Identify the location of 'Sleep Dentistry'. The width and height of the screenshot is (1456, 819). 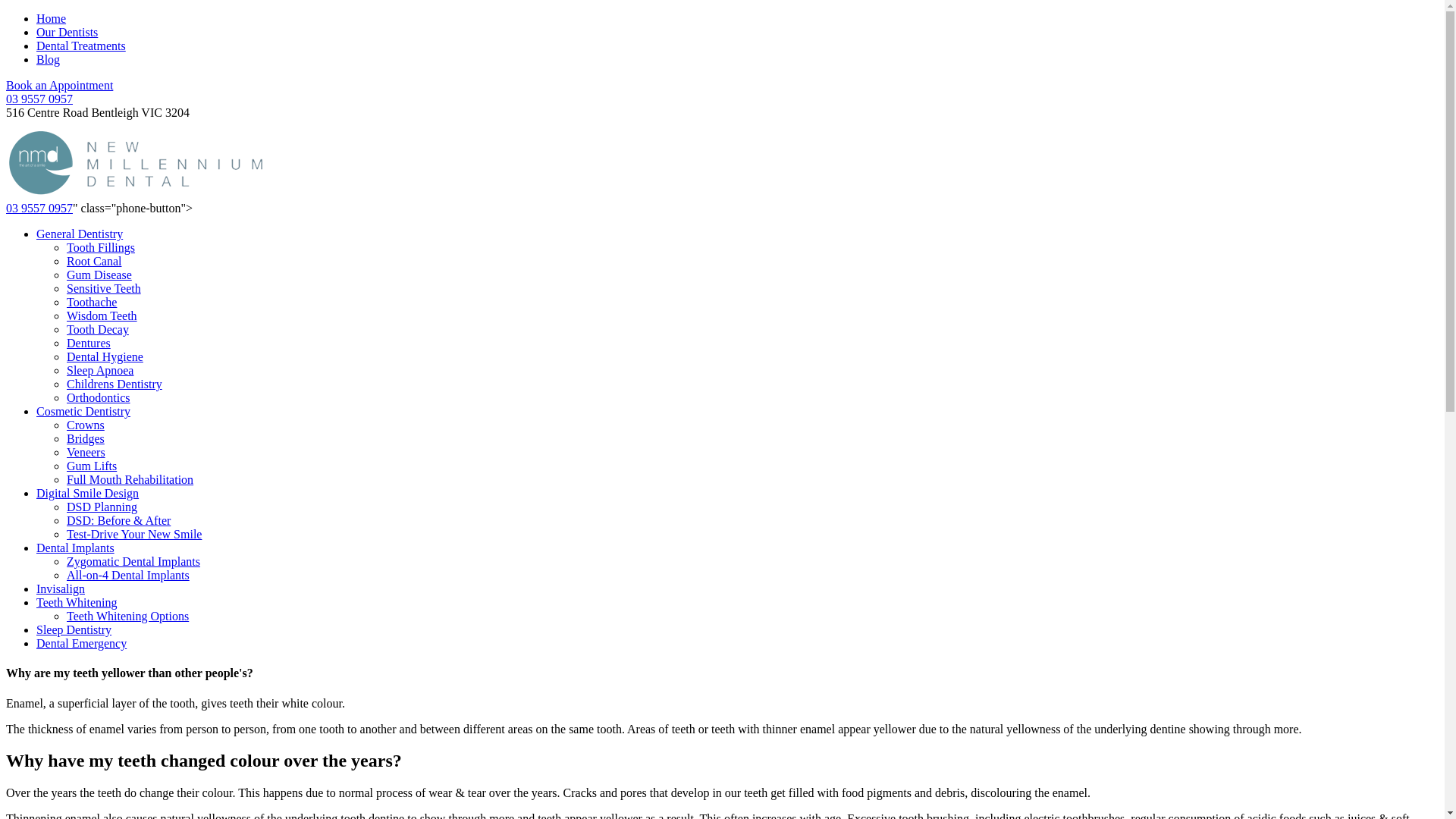
(73, 629).